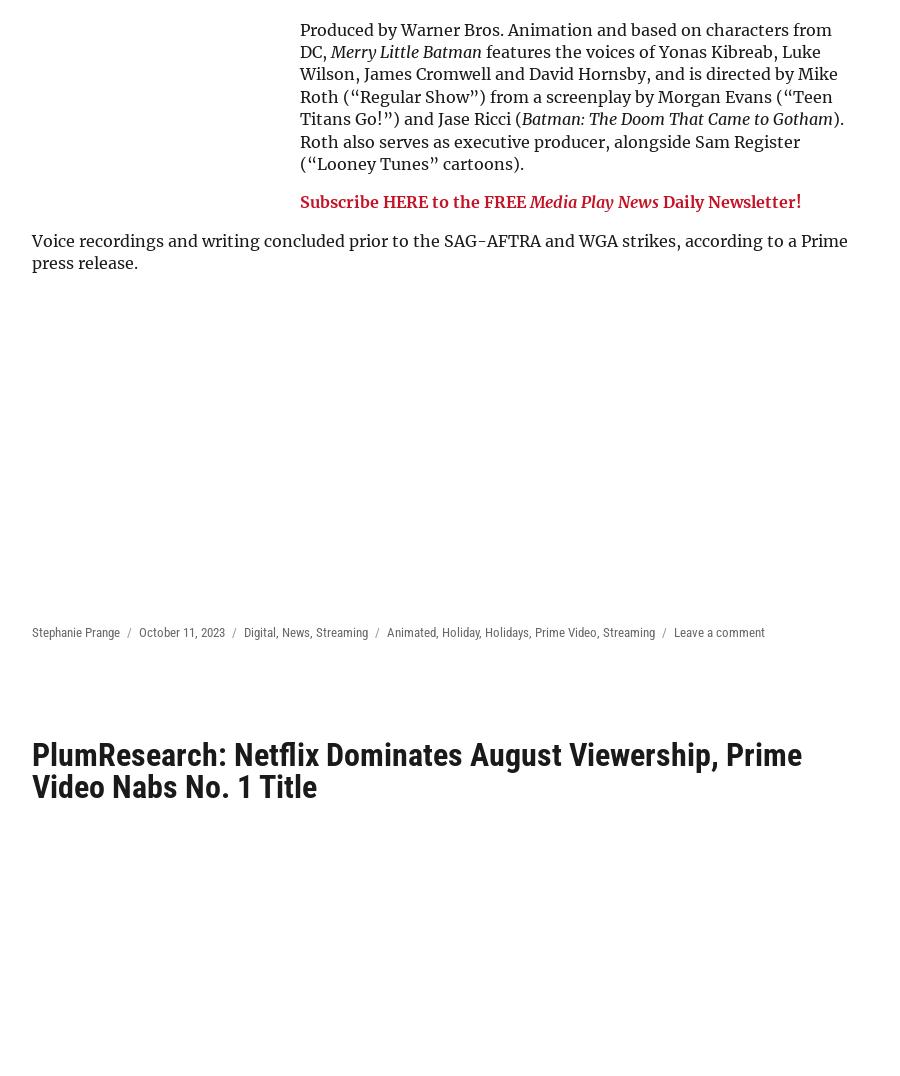 The height and width of the screenshot is (1076, 900). I want to click on 'Batman: The Doom That Came to Gotham', so click(676, 118).